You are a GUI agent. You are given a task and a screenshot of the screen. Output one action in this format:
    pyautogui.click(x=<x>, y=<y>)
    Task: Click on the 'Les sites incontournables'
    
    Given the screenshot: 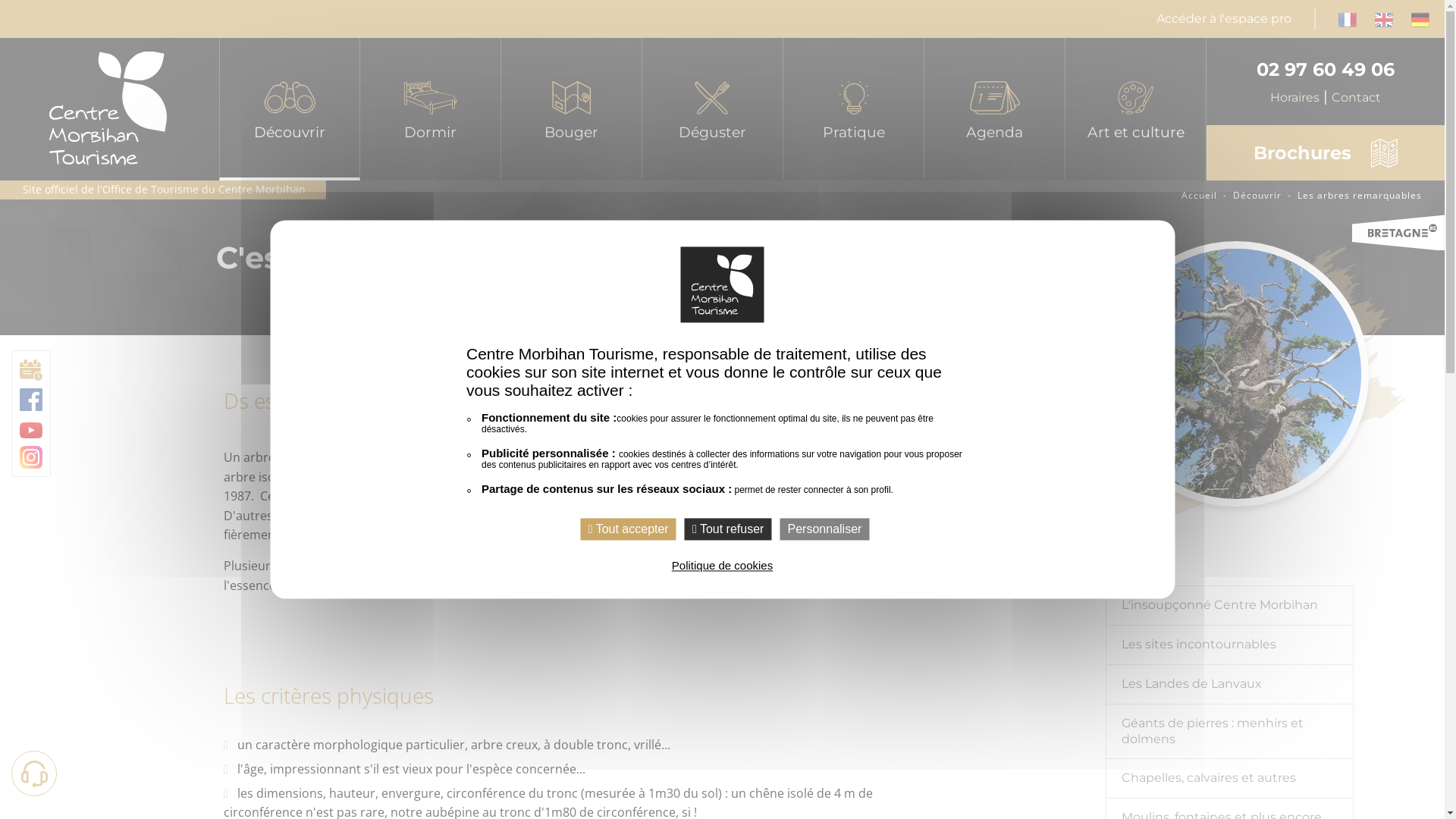 What is the action you would take?
    pyautogui.click(x=1230, y=645)
    